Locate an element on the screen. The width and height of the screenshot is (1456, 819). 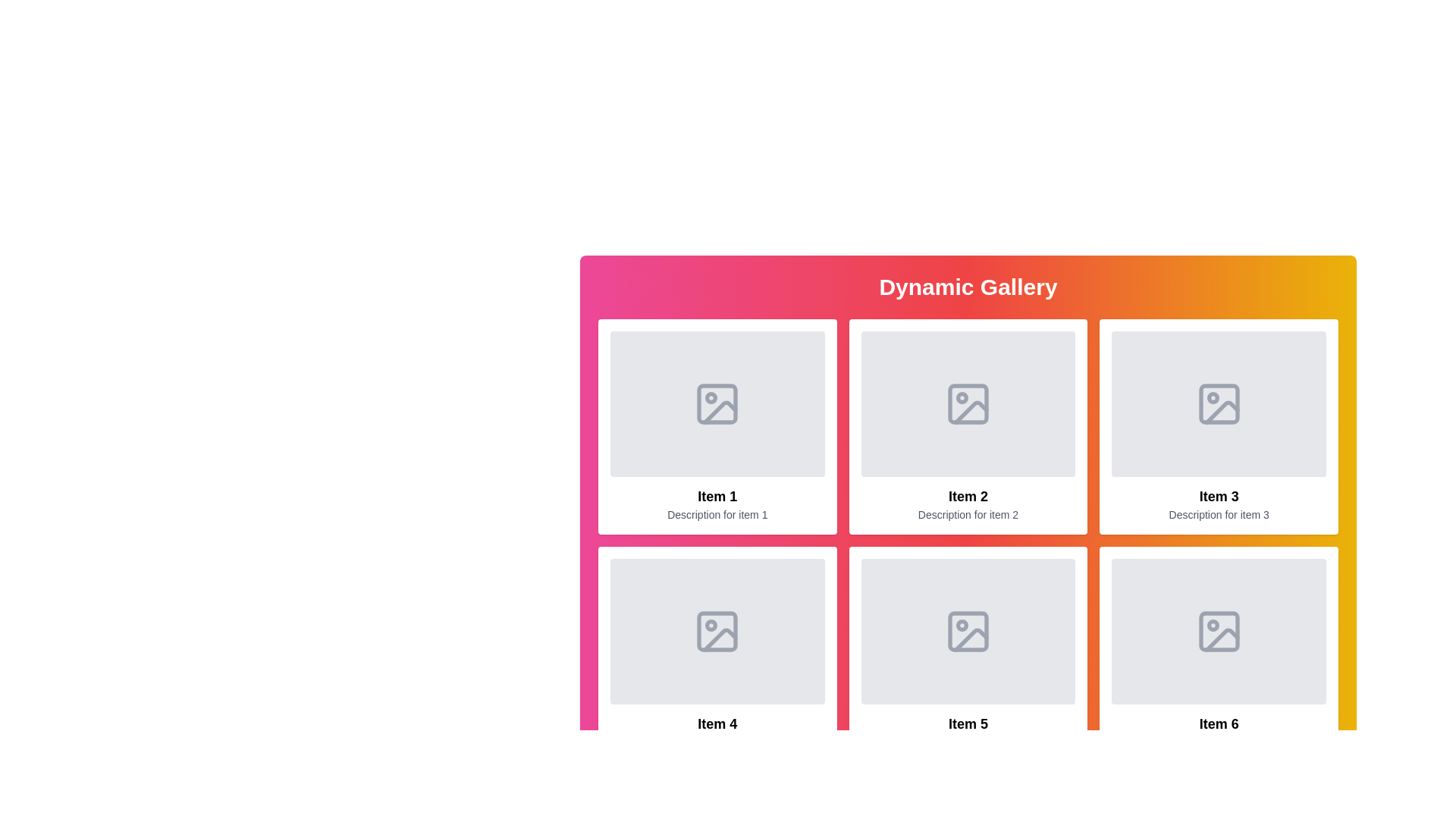
the Text Header element that serves as the title for the section, which is centered horizontally at the top of the section with a gradient background is located at coordinates (967, 287).